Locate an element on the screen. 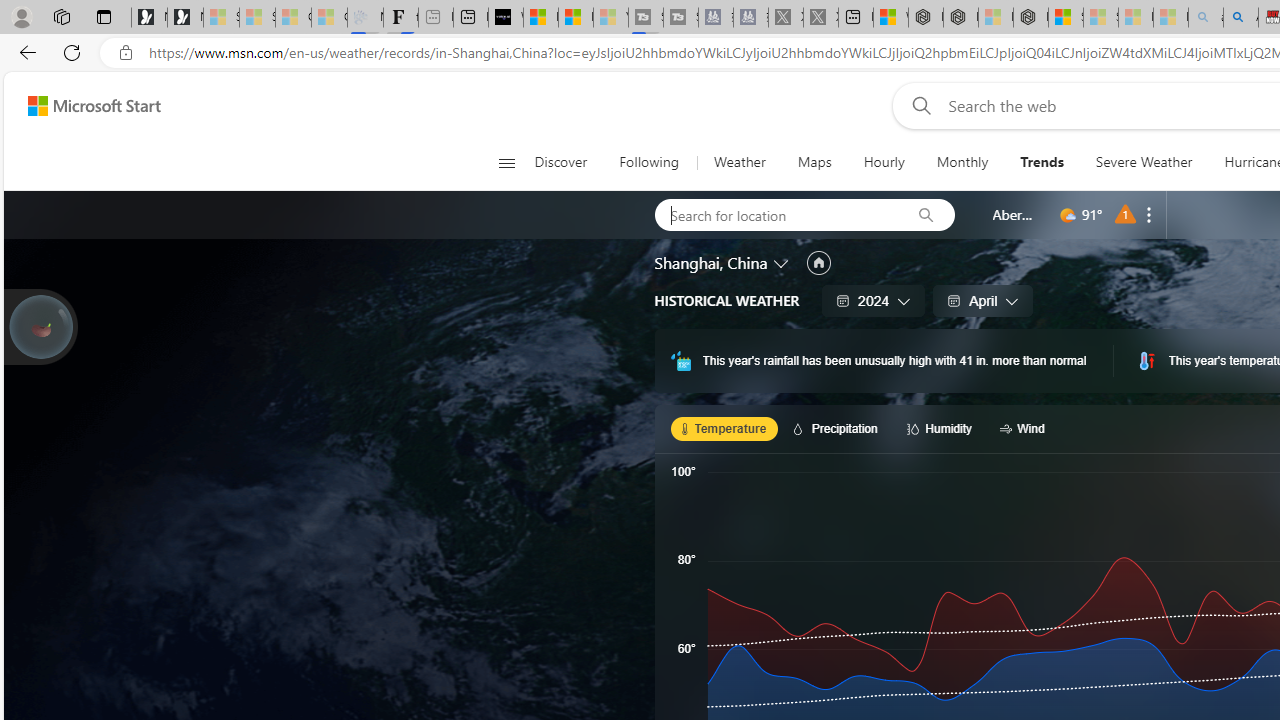 This screenshot has width=1280, height=720. 'Maps' is located at coordinates (814, 162).